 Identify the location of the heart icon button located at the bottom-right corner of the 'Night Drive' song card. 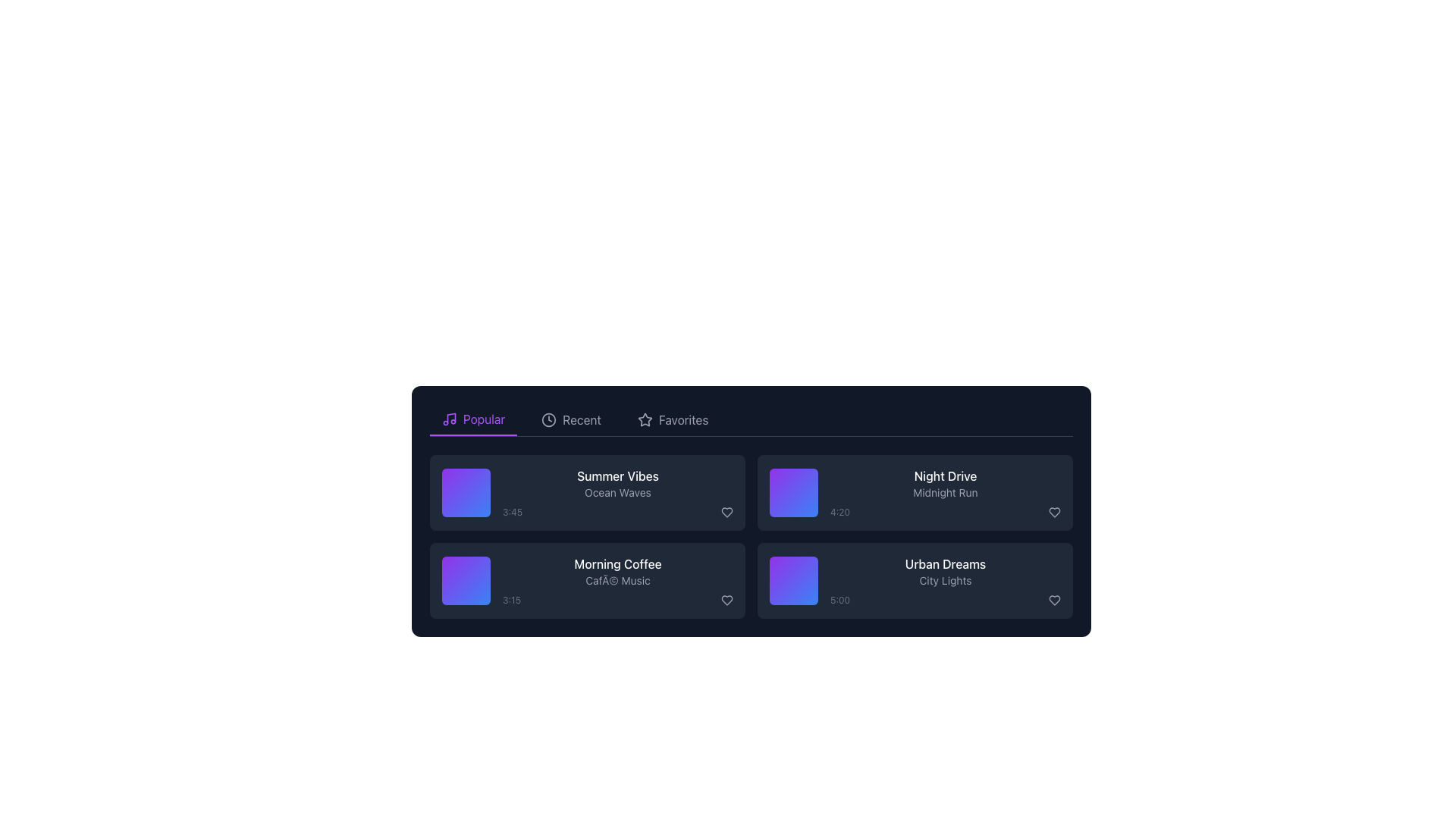
(1054, 512).